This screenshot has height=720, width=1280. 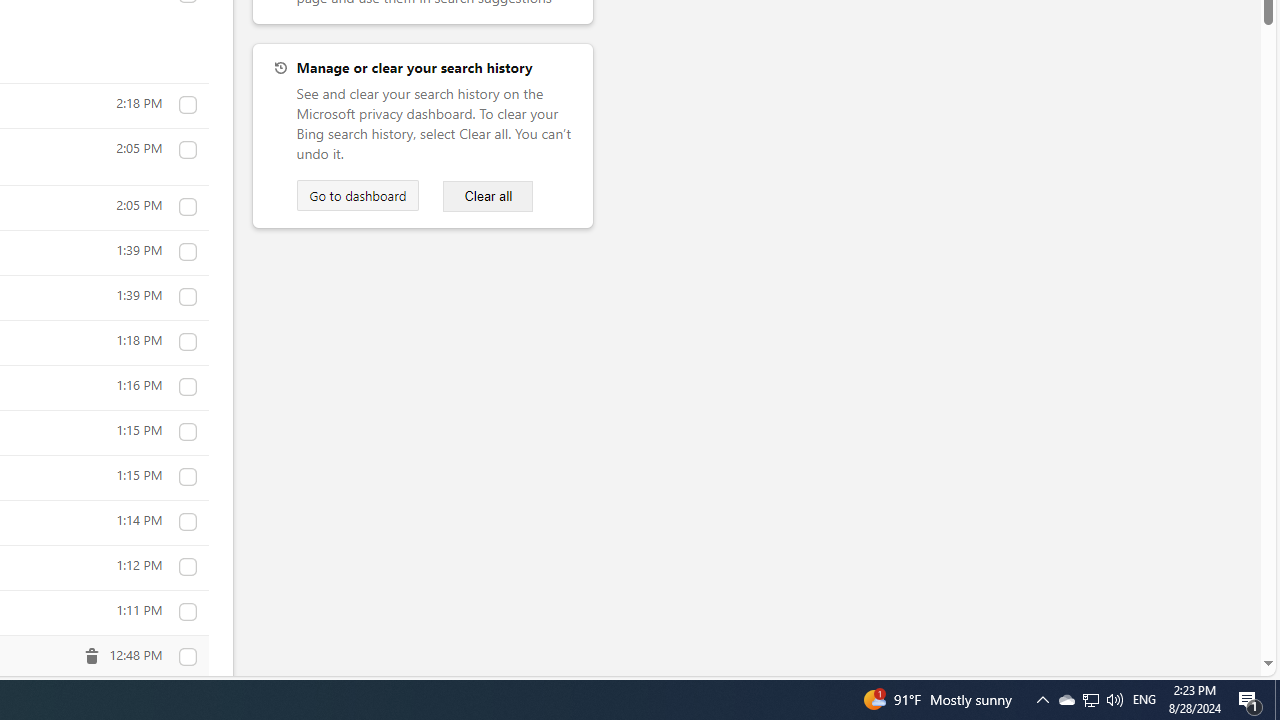 I want to click on 'amazon echo dot accessories', so click(x=187, y=387).